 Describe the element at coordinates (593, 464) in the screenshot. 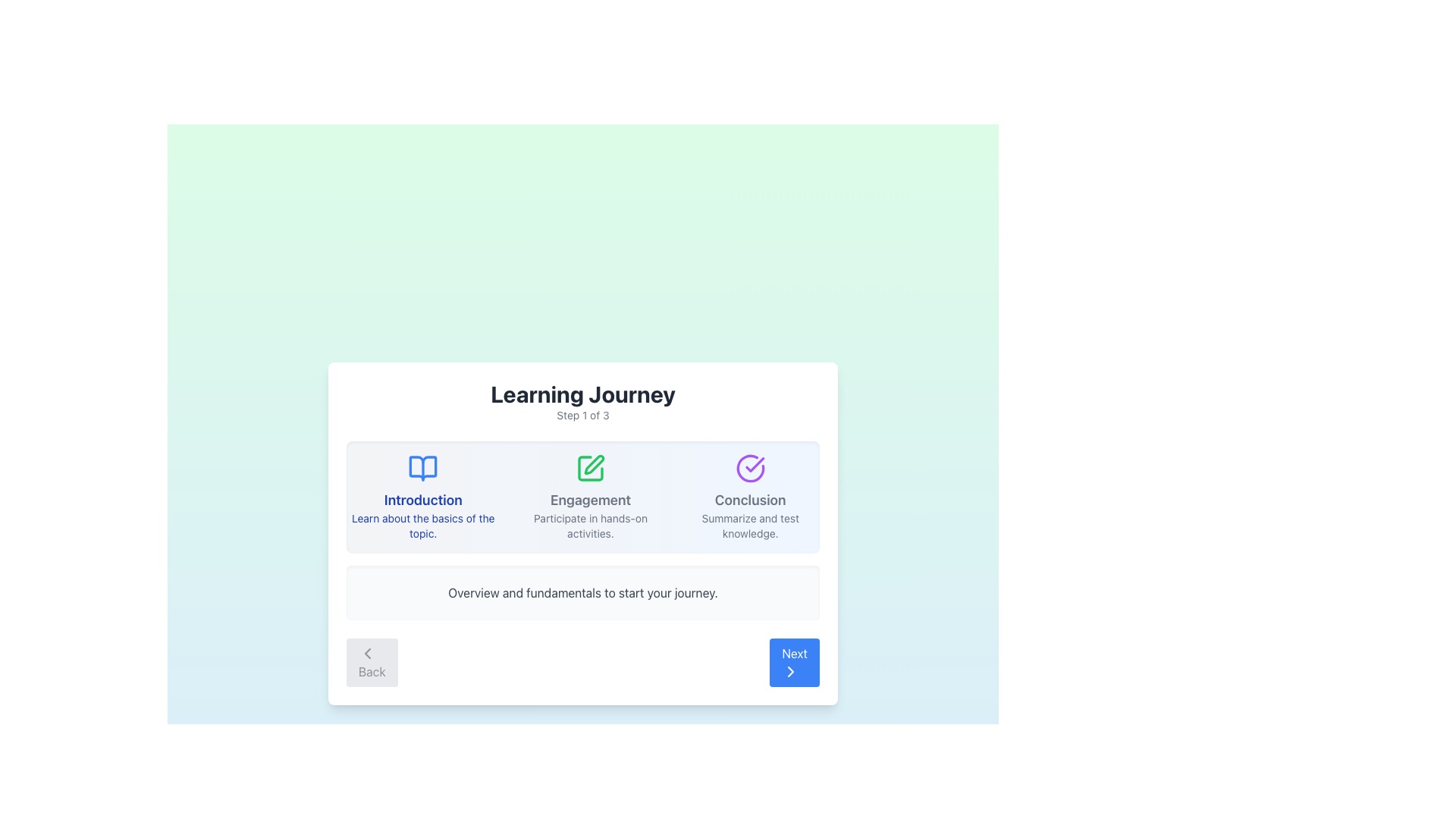

I see `the pen-like icon with a green stroke located in the 'Engagement' section to initiate an action` at that location.